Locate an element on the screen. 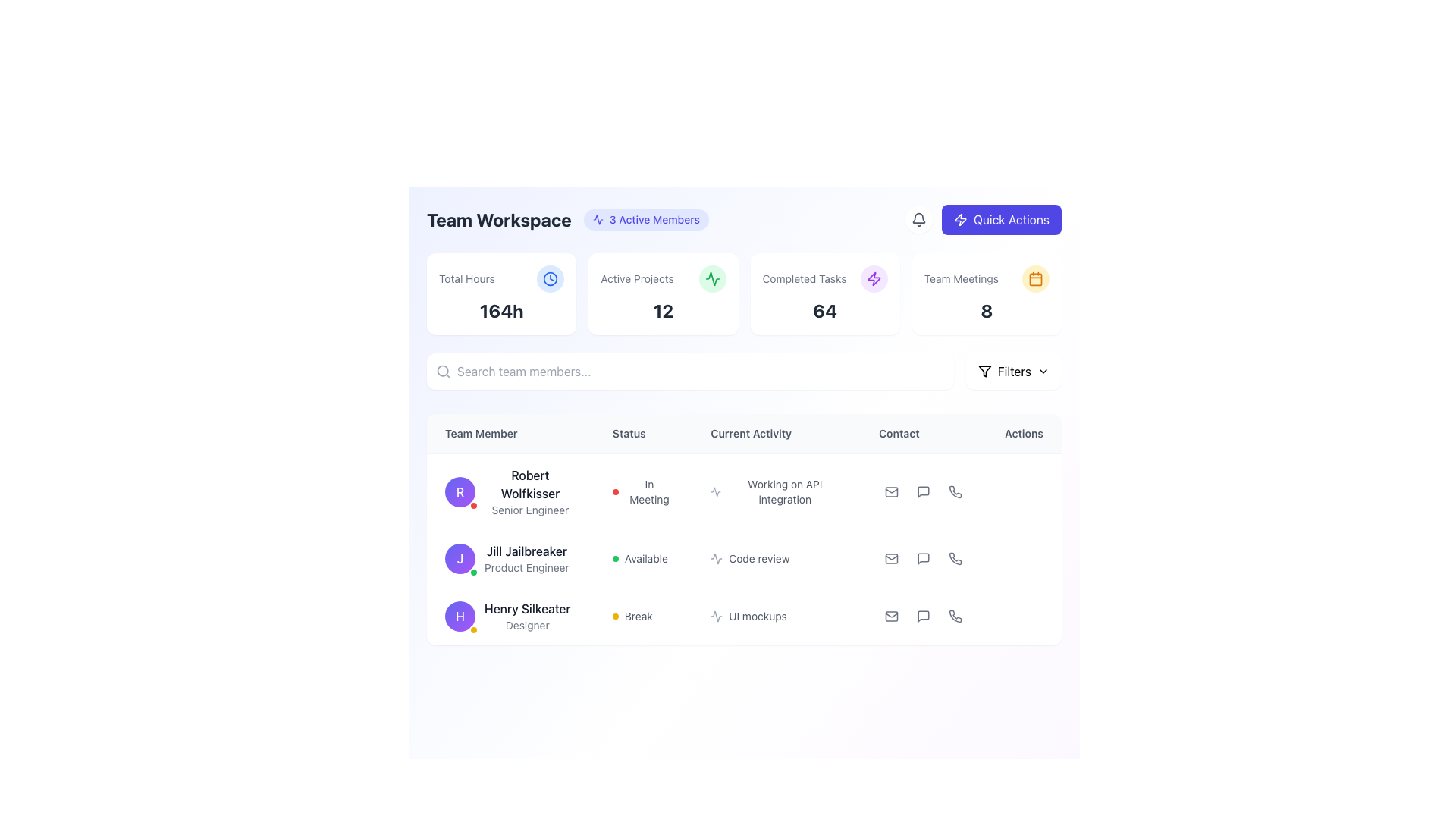  the Text Label element displaying 'Product Engineer', which is located below 'Jill Jailbreaker' in the 'Team Member' column is located at coordinates (526, 567).